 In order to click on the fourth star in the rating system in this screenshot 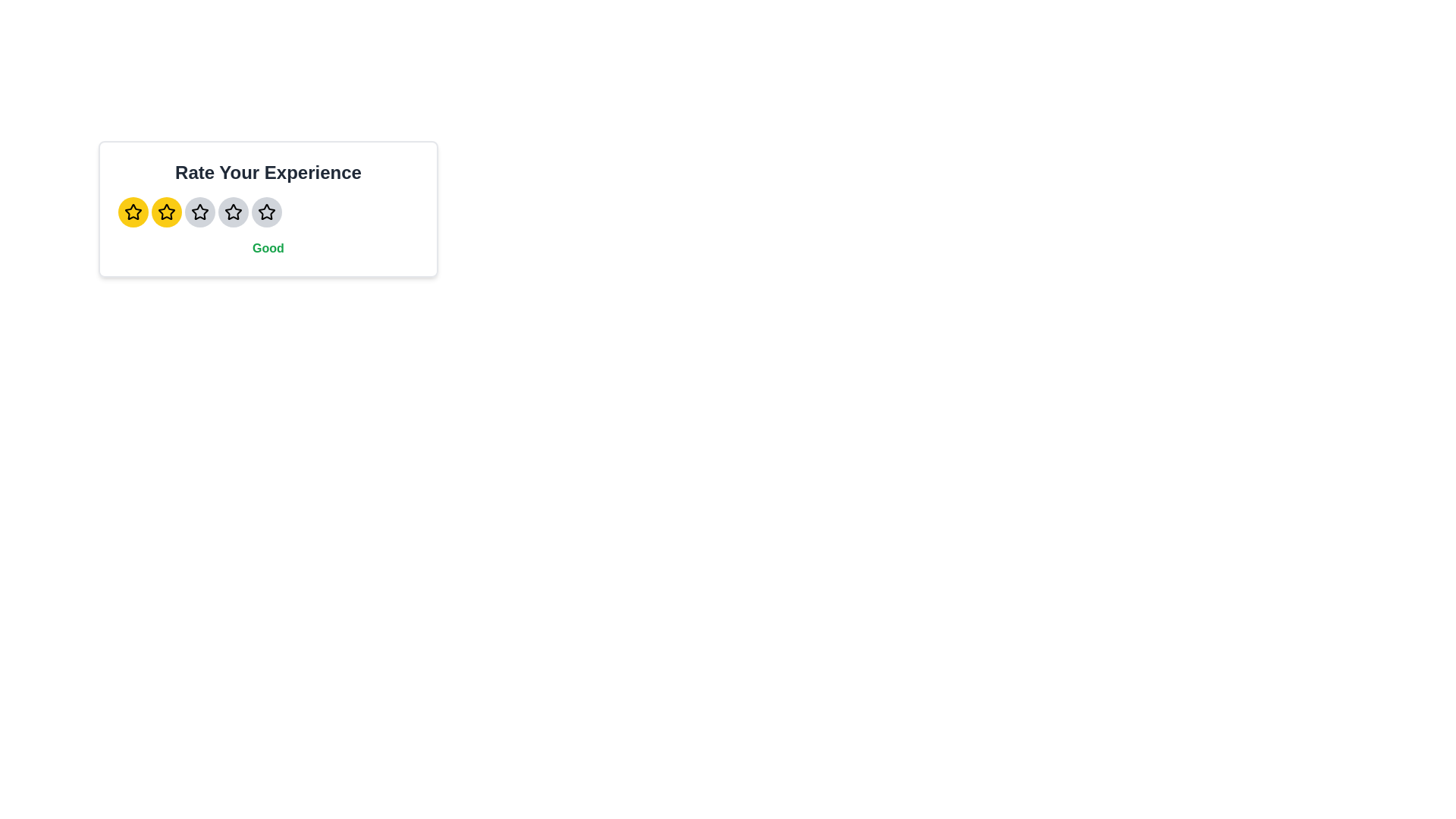, I will do `click(266, 212)`.